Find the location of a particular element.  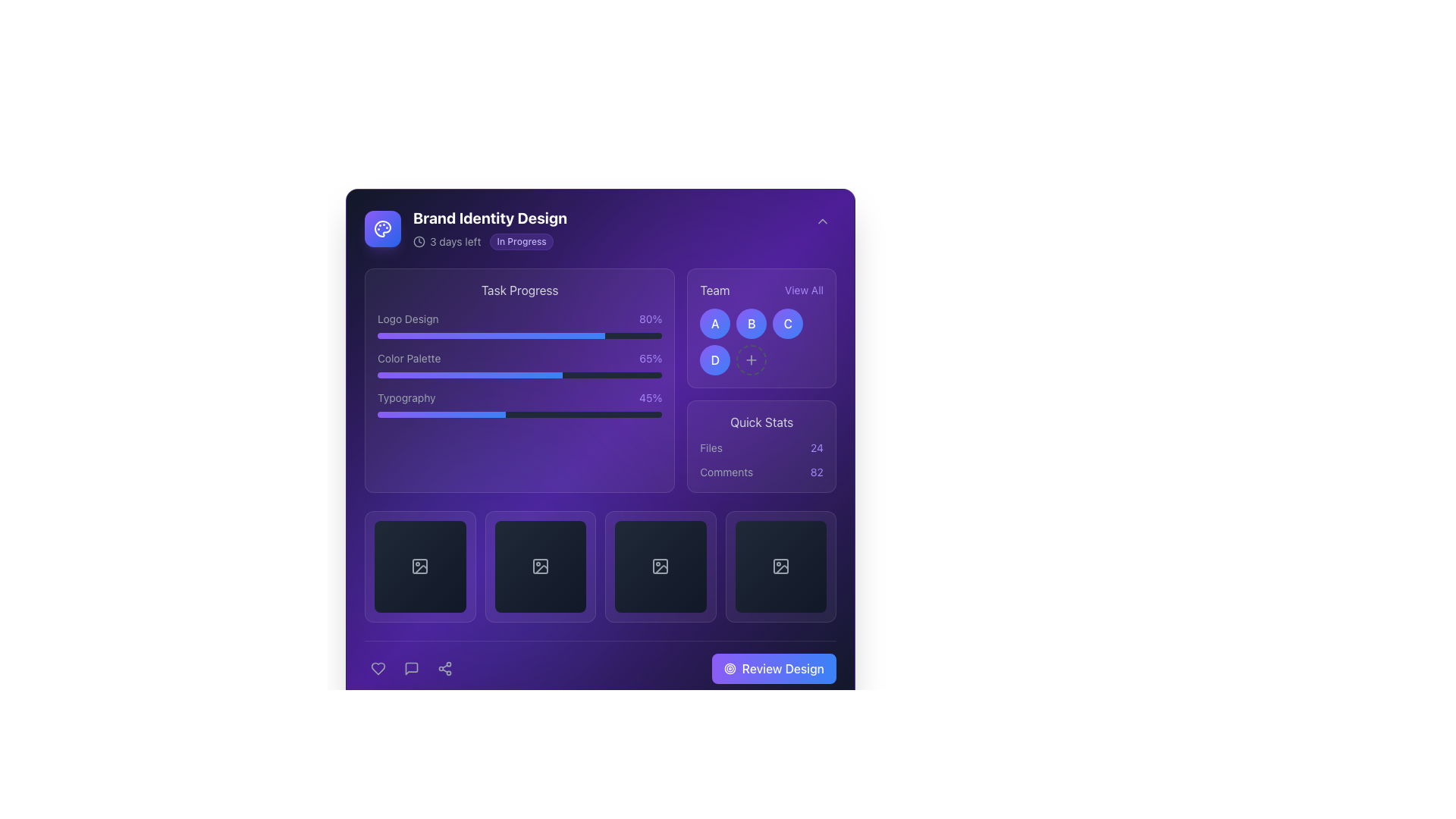

the second circular badge with a gradient background transitioning from violet to blue, which contains a bold, white letter 'B', located under the 'Team' label is located at coordinates (752, 323).